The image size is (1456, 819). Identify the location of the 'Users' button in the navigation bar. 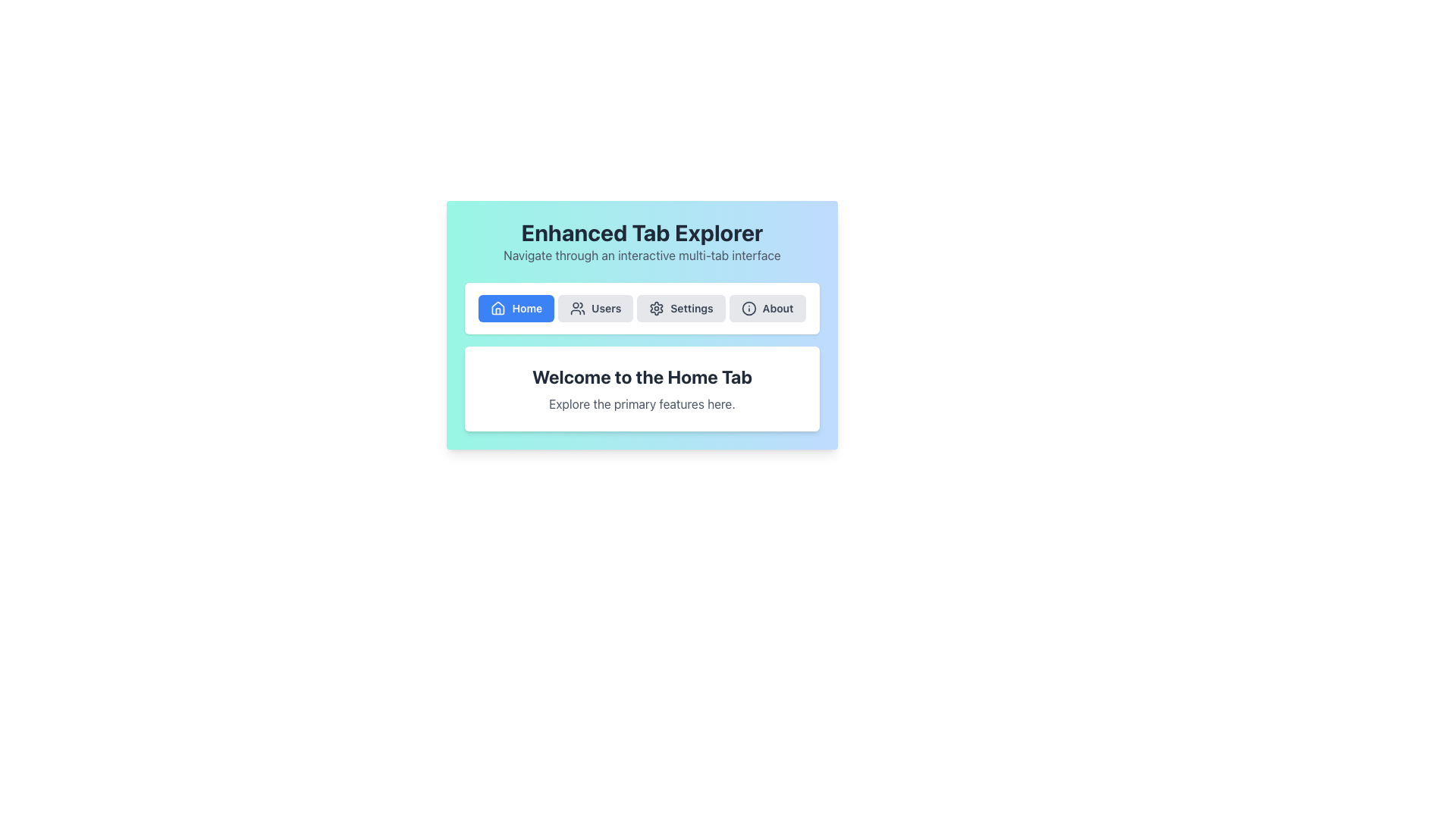
(595, 308).